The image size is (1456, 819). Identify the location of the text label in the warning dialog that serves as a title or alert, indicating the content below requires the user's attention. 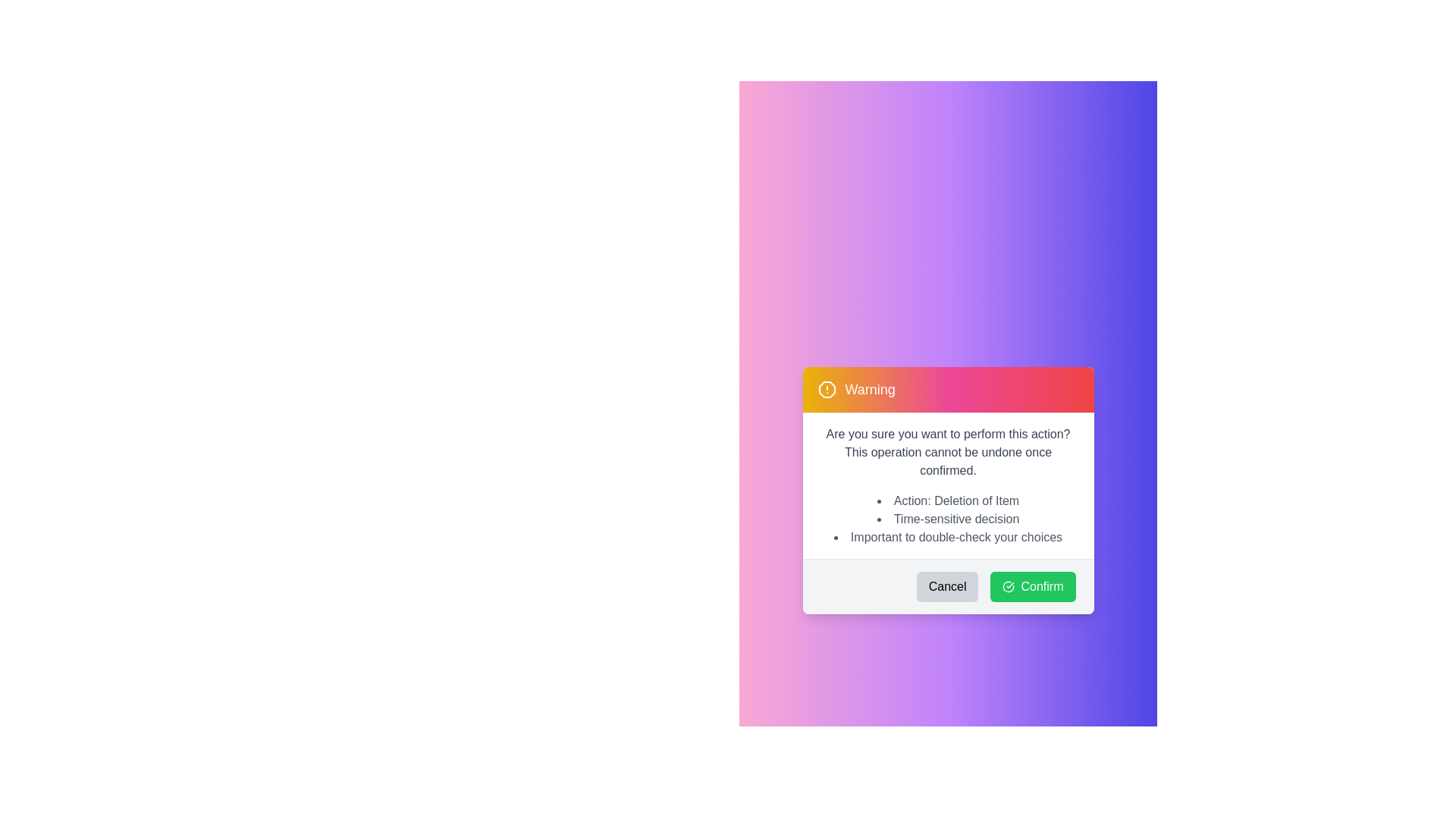
(870, 388).